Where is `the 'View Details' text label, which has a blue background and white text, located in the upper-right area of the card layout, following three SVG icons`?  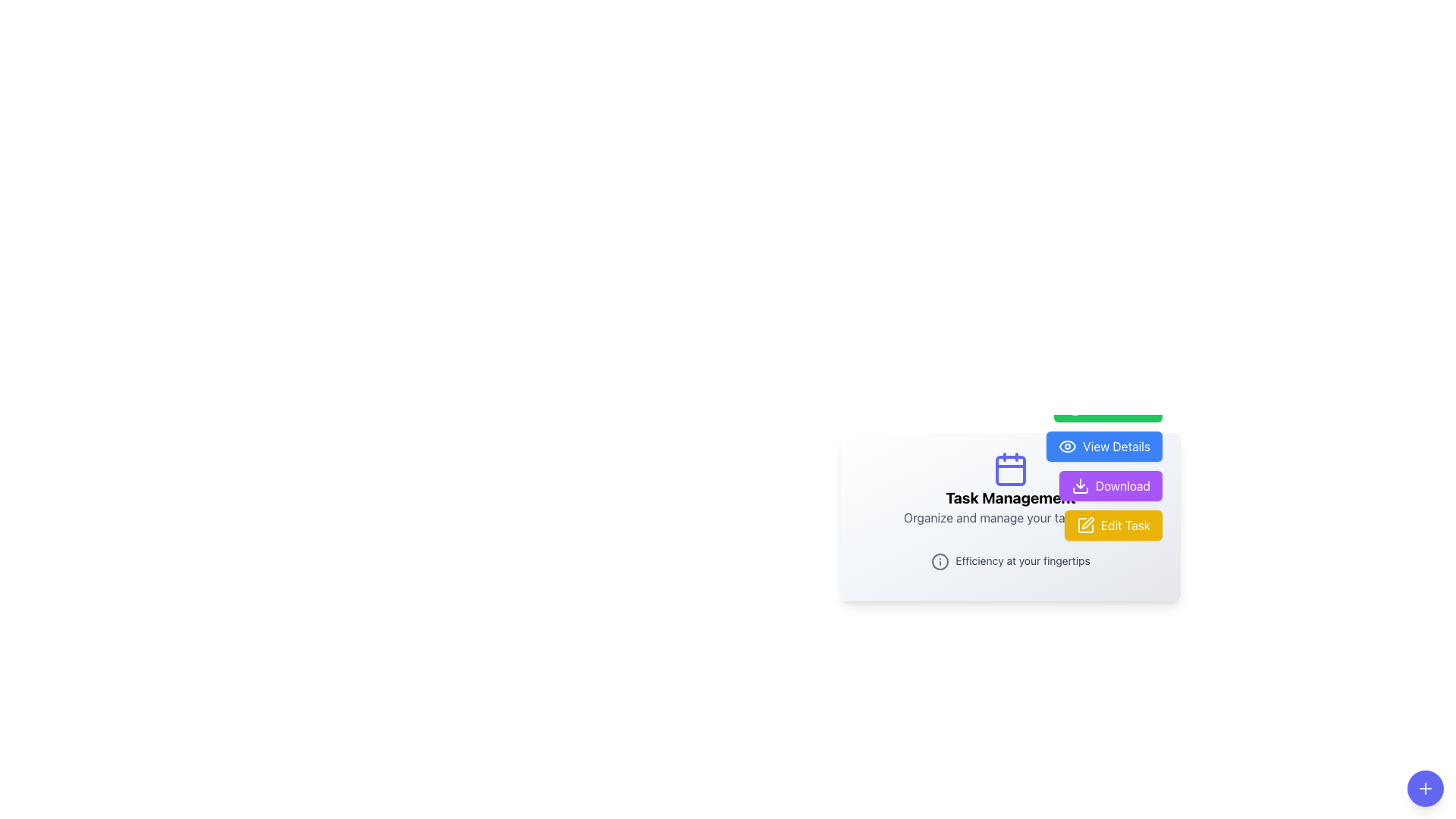 the 'View Details' text label, which has a blue background and white text, located in the upper-right area of the card layout, following three SVG icons is located at coordinates (1116, 445).